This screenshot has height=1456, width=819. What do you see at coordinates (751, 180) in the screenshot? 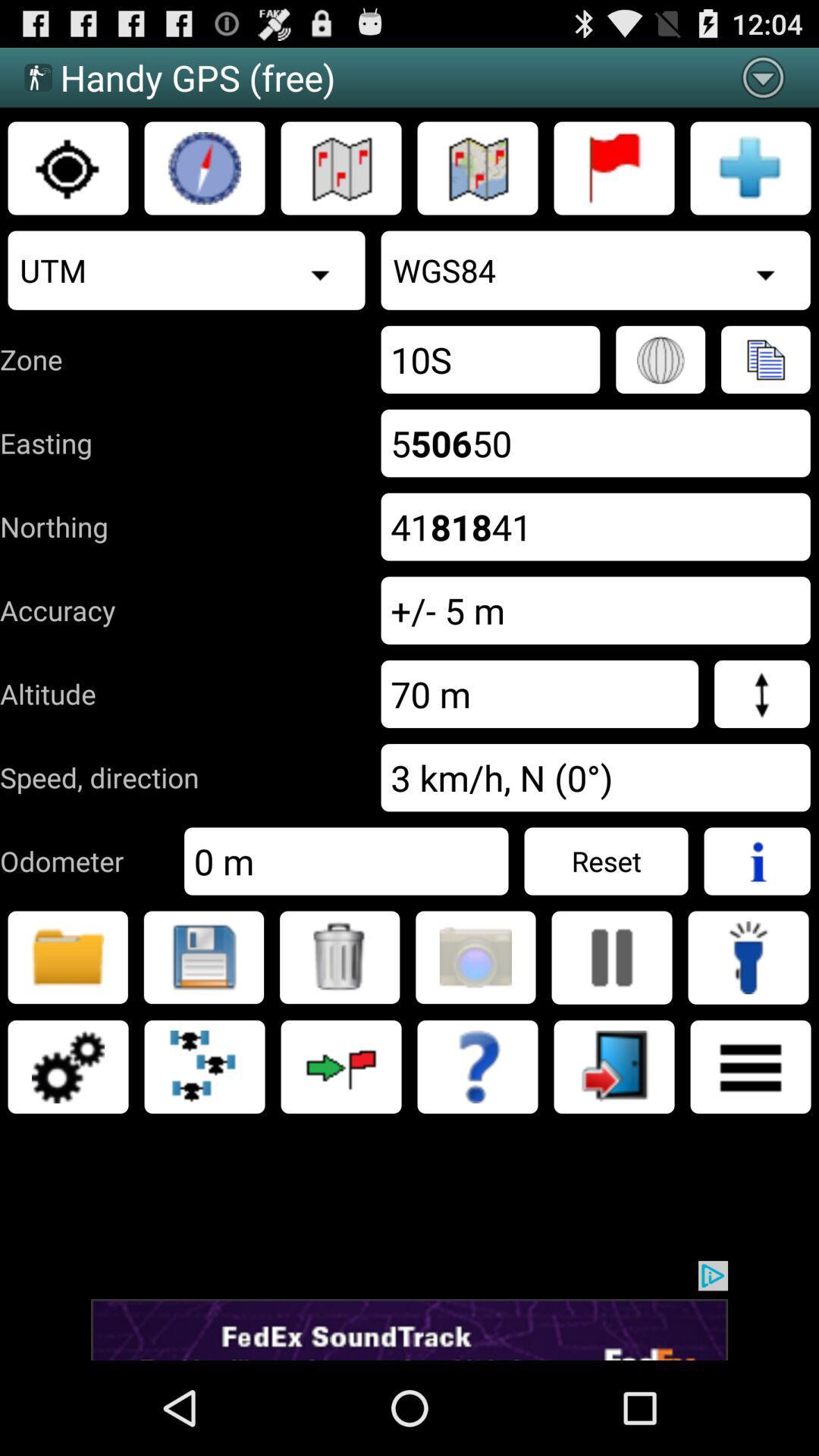
I see `the add icon` at bounding box center [751, 180].